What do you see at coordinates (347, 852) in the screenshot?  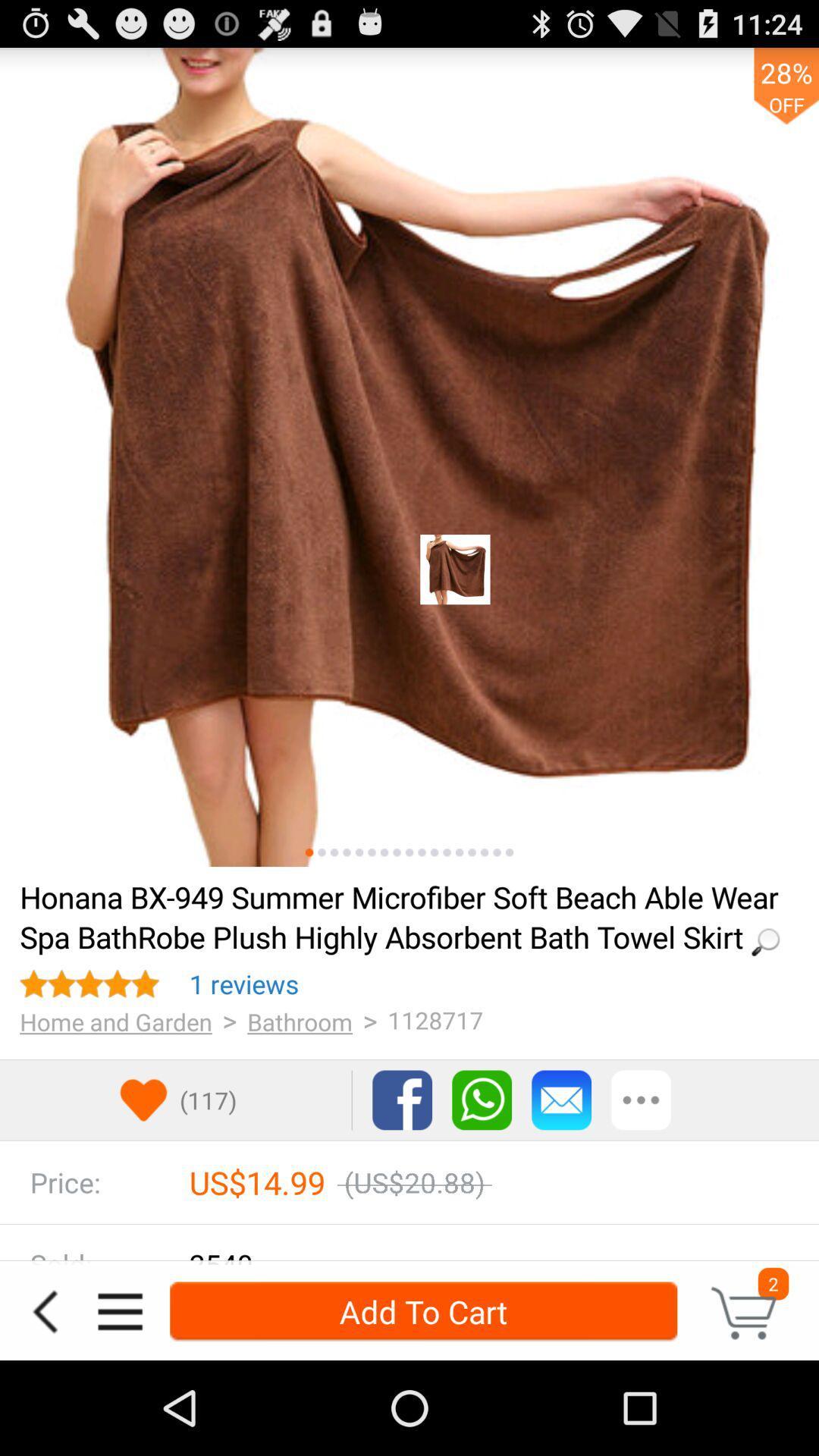 I see `image option` at bounding box center [347, 852].